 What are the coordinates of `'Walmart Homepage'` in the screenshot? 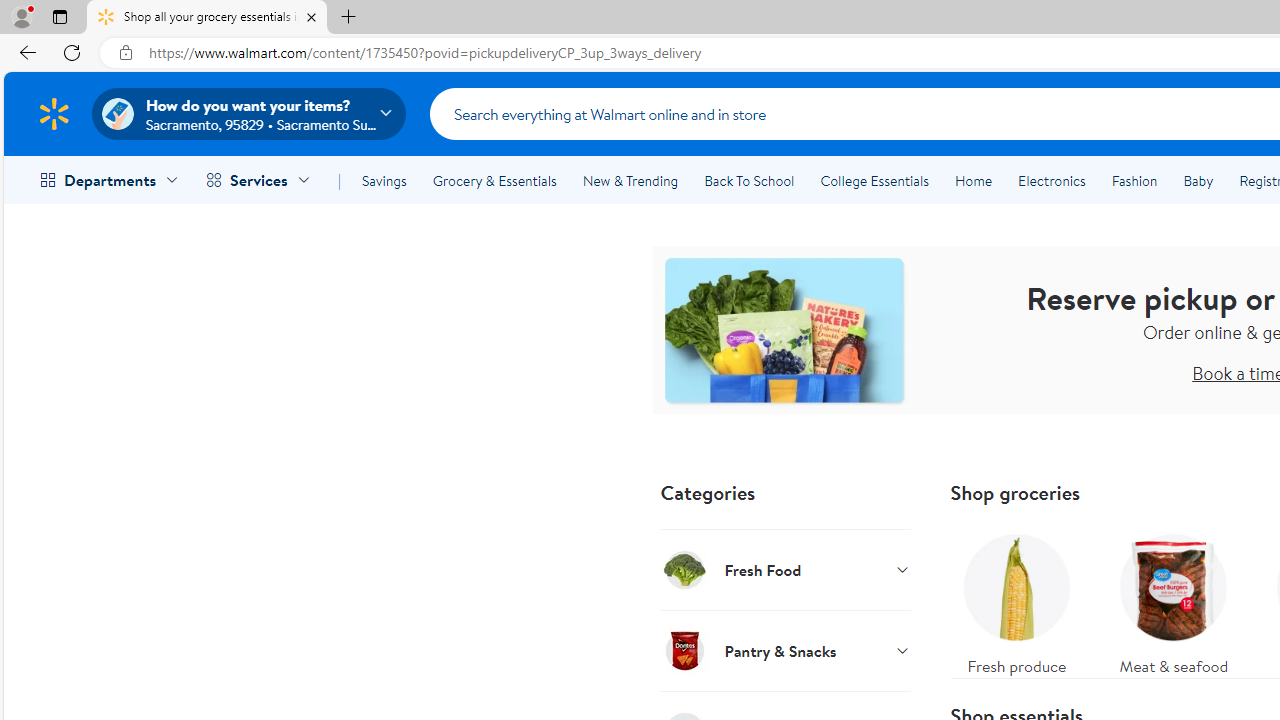 It's located at (53, 113).